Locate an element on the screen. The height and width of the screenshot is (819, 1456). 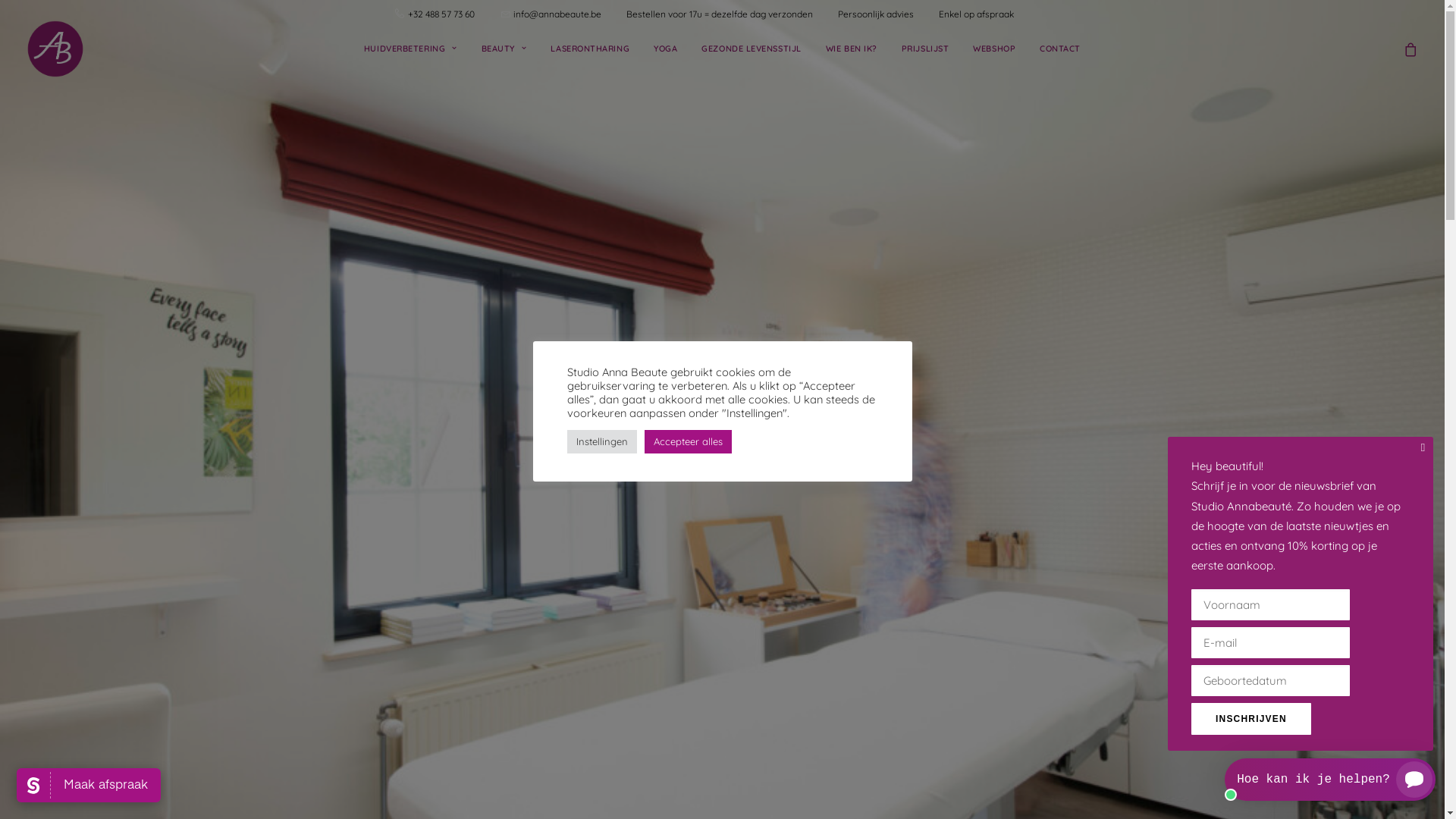
'PRIJSLIJST' is located at coordinates (924, 48).